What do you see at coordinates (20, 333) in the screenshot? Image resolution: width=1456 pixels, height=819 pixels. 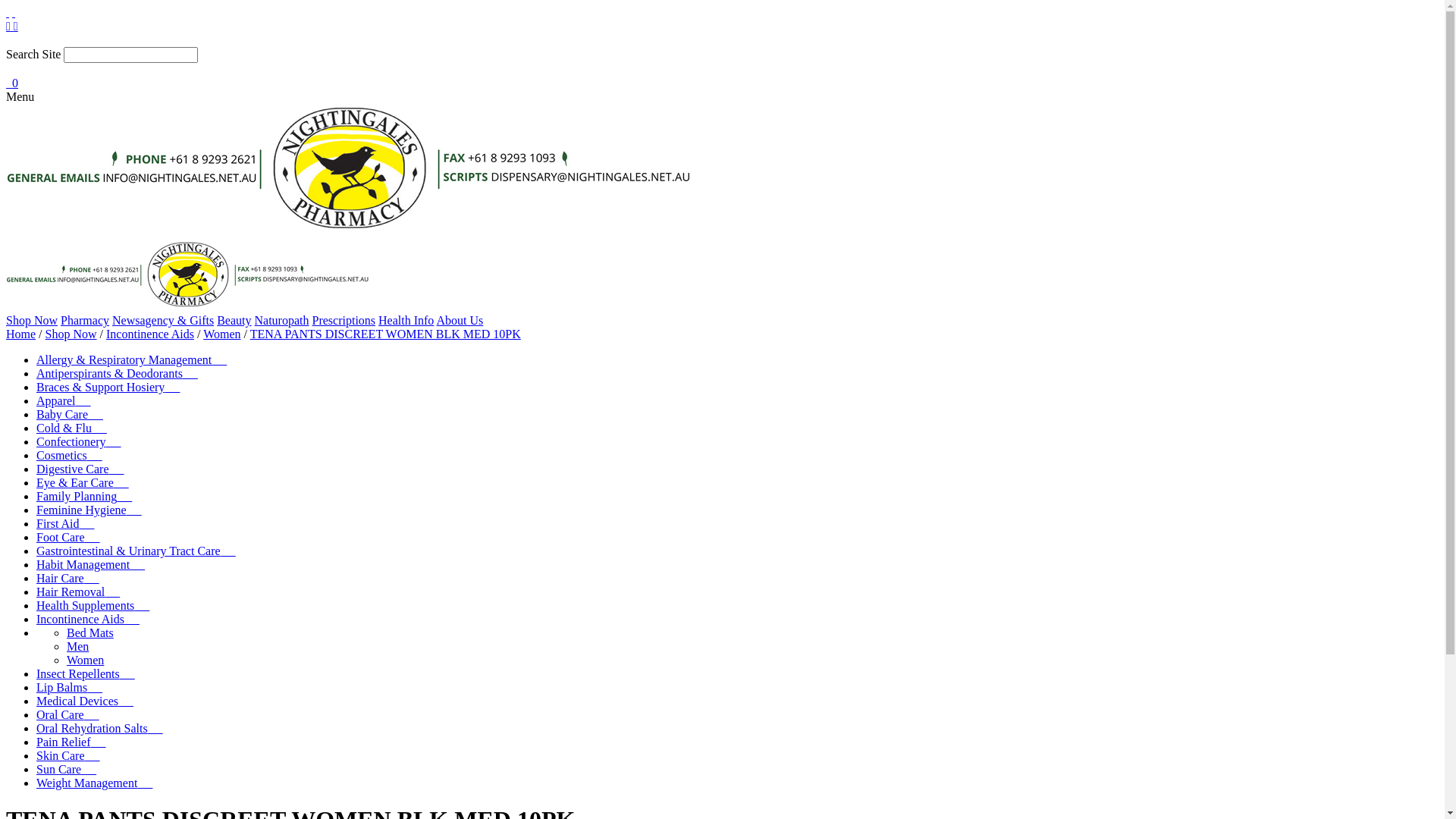 I see `'Home'` at bounding box center [20, 333].